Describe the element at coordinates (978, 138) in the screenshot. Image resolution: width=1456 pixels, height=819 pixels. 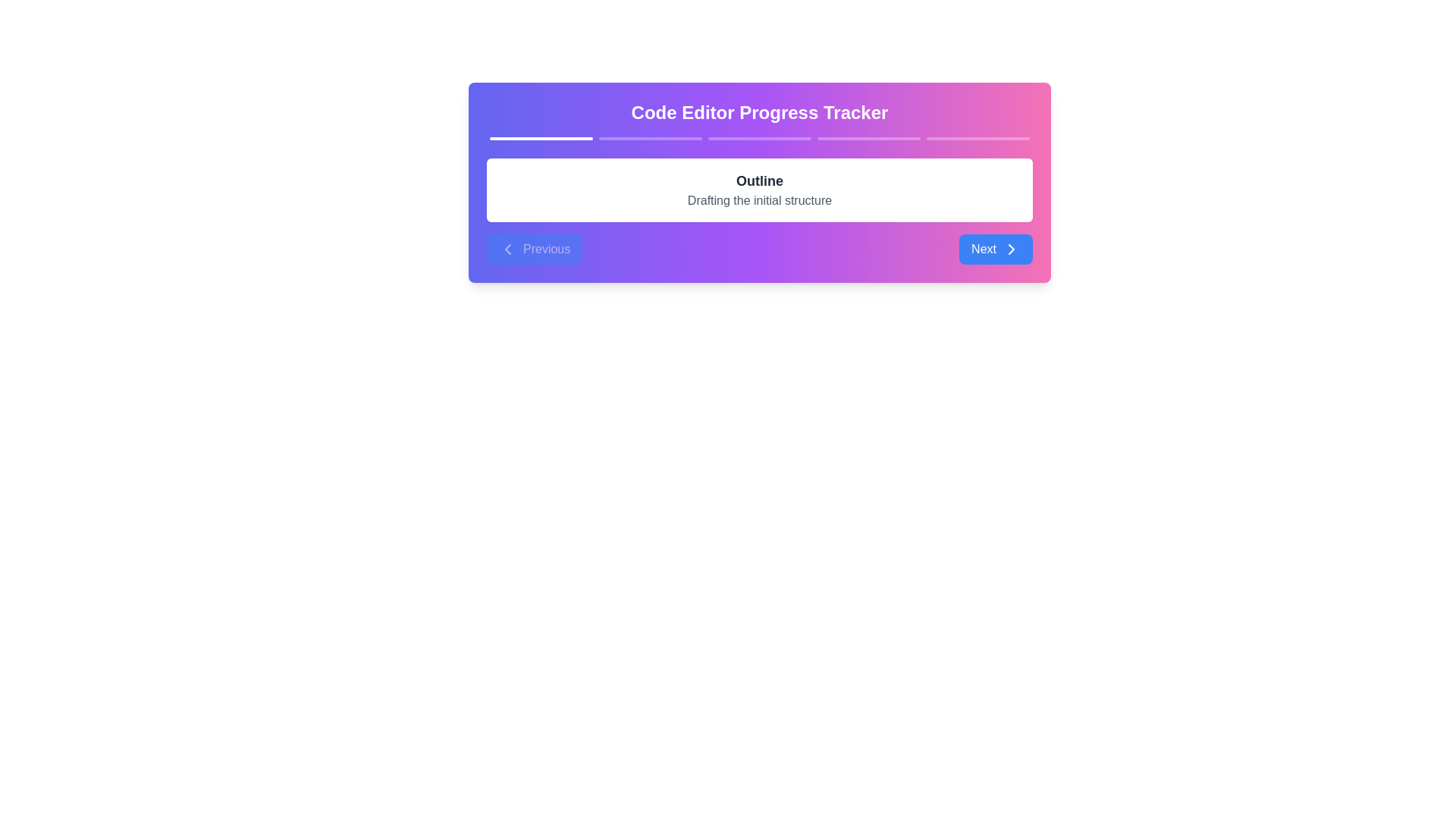
I see `the fifth step indicator of the progress tracker section, which visually represents the current progress in the sequence` at that location.